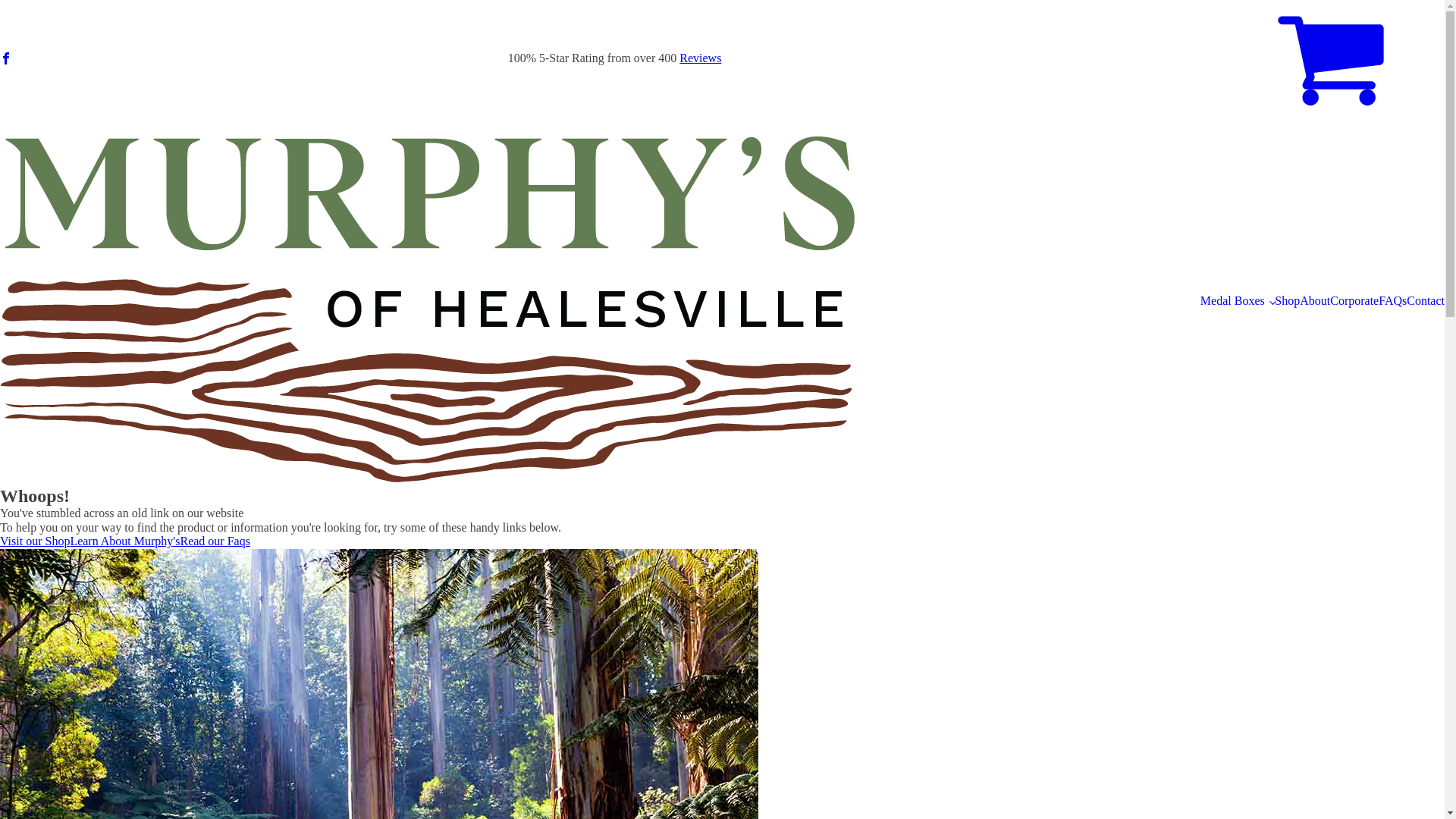 Image resolution: width=1456 pixels, height=819 pixels. I want to click on 'FAQs', so click(1392, 301).